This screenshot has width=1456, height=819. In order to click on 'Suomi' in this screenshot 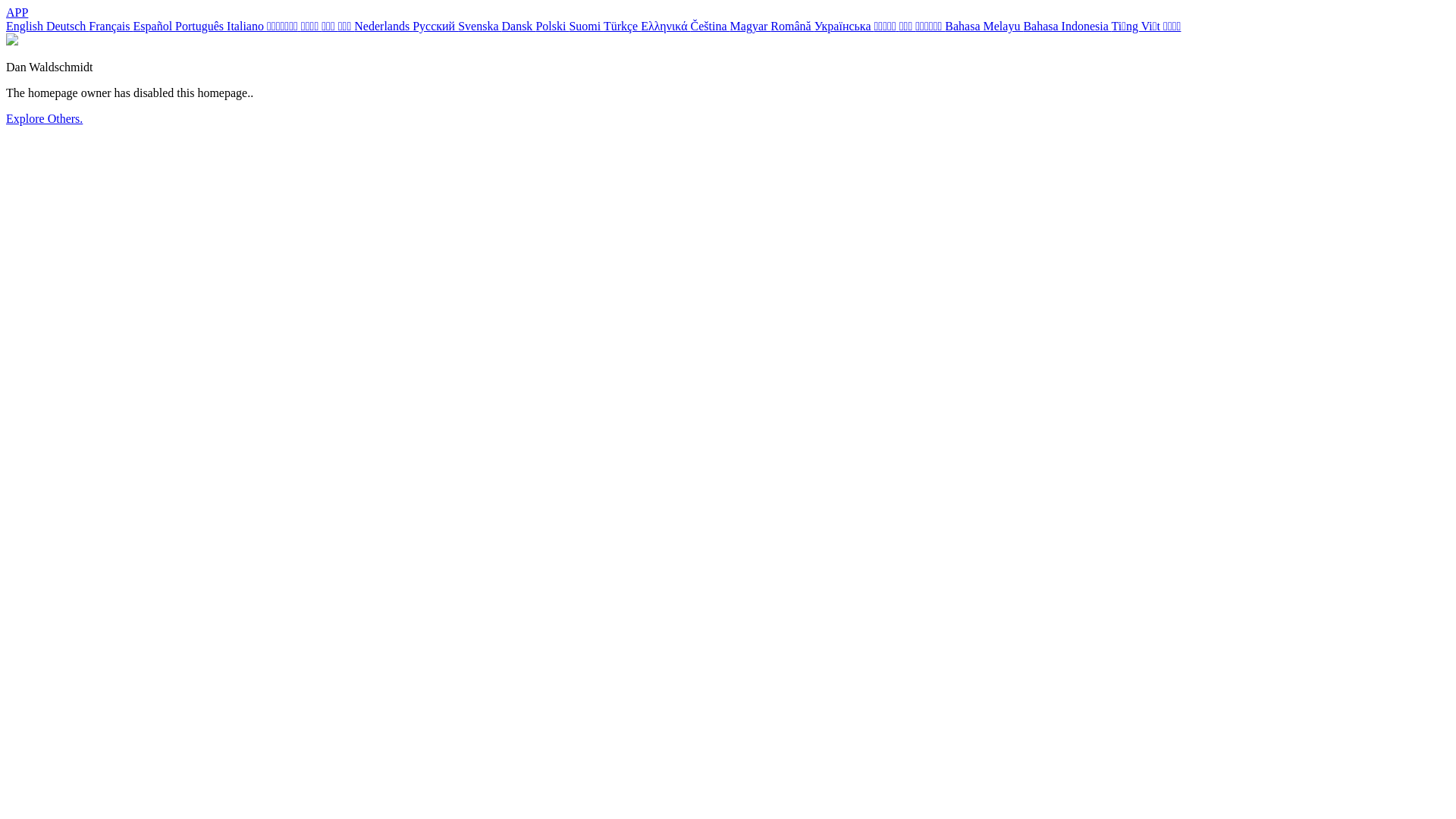, I will do `click(585, 26)`.